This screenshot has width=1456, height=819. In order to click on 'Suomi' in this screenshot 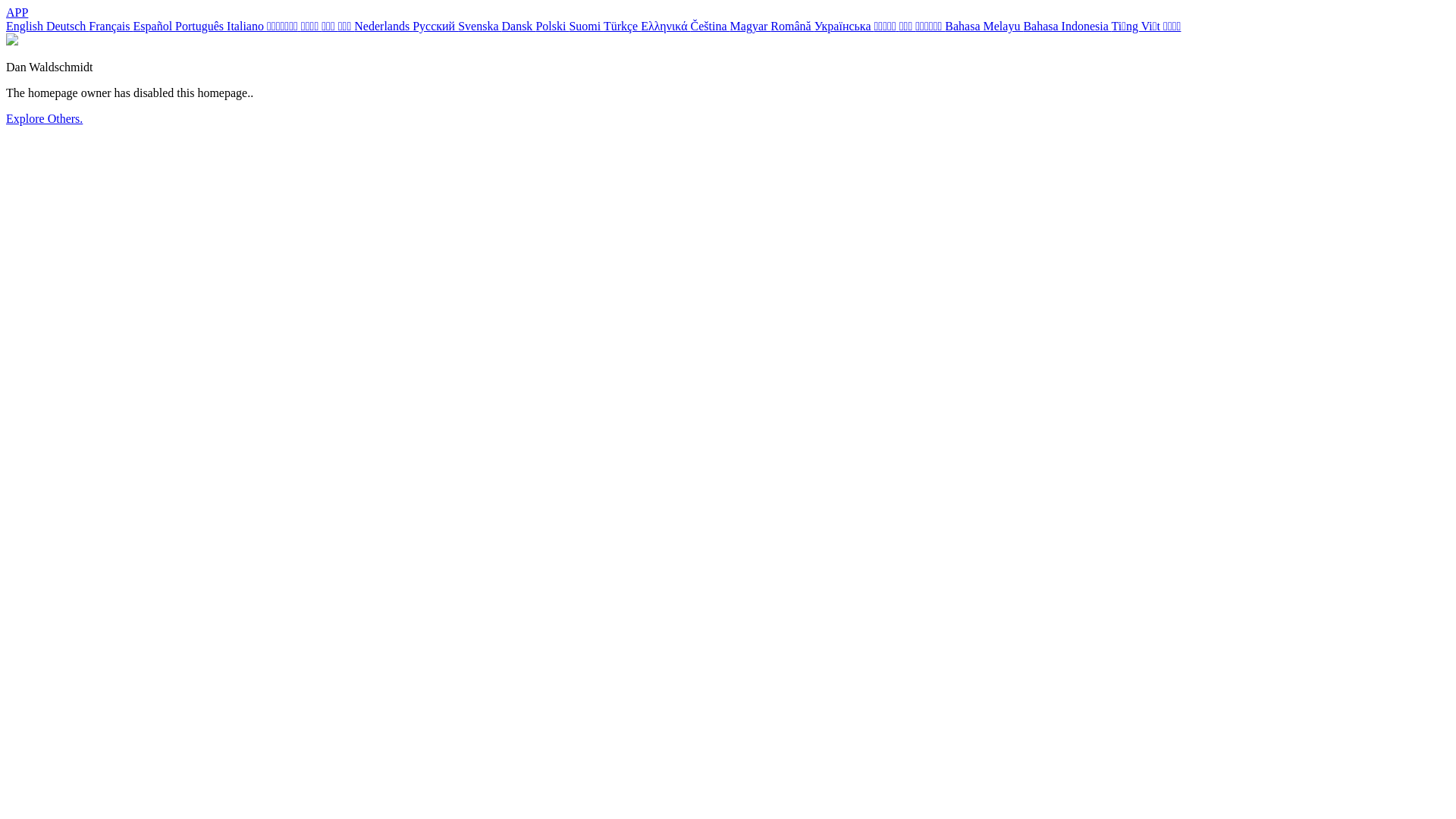, I will do `click(585, 26)`.